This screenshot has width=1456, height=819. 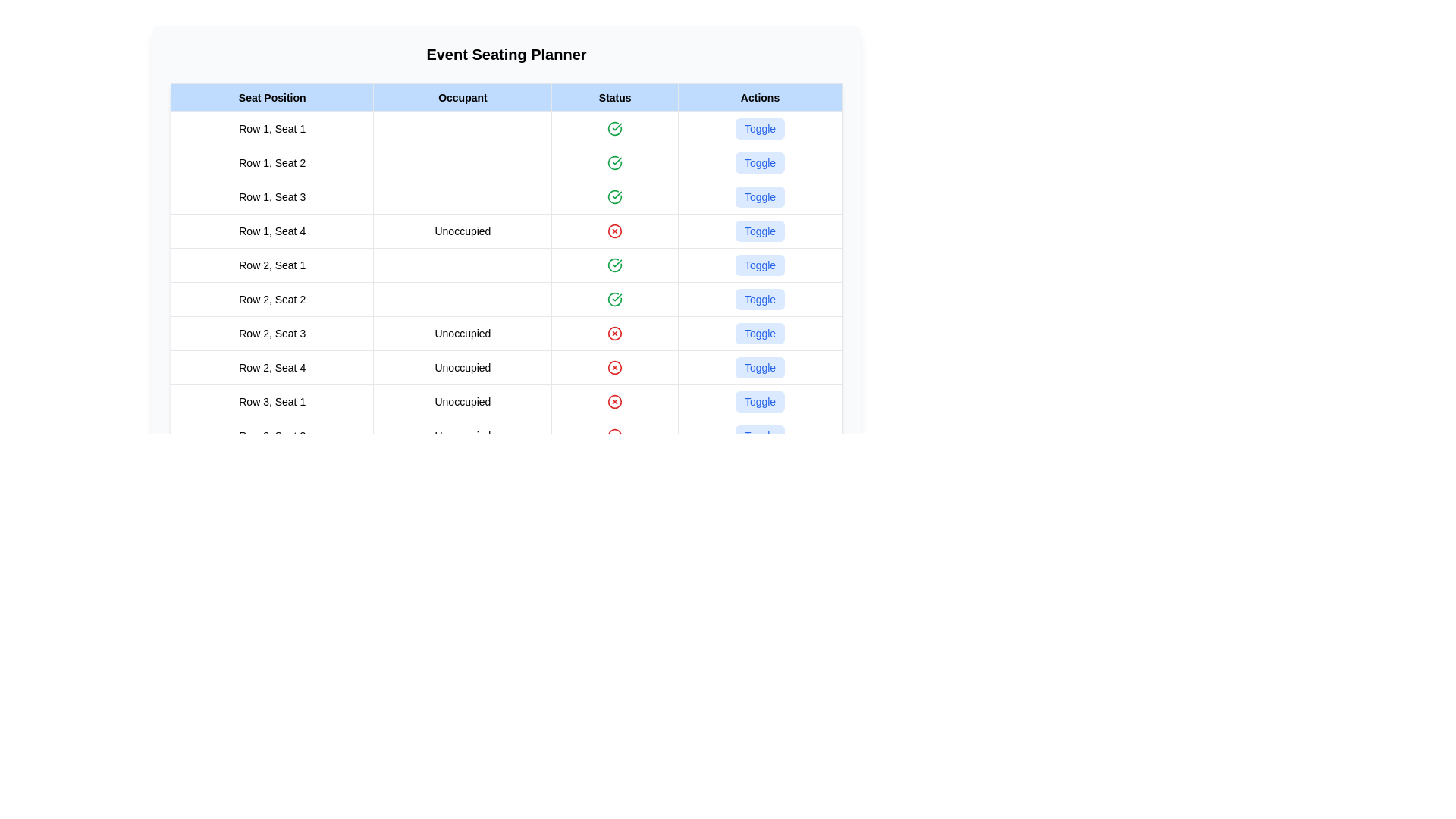 What do you see at coordinates (615, 265) in the screenshot?
I see `the green circular checkmark icon located in the 'Status' column of the table in the row for 'Row 1, Seat 4.'` at bounding box center [615, 265].